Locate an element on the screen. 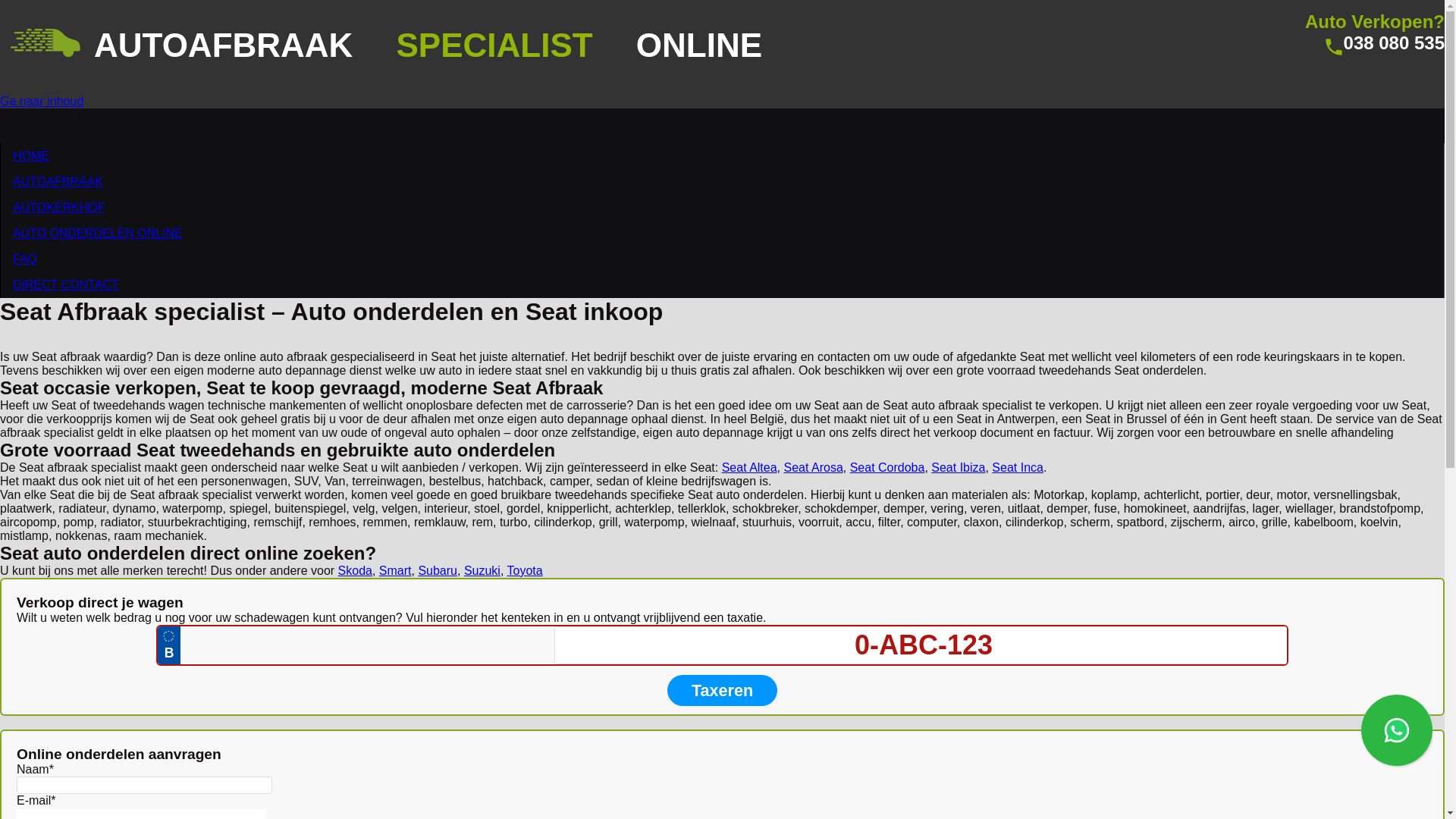 The image size is (1456, 819). 'Seat Arosa' is located at coordinates (783, 466).